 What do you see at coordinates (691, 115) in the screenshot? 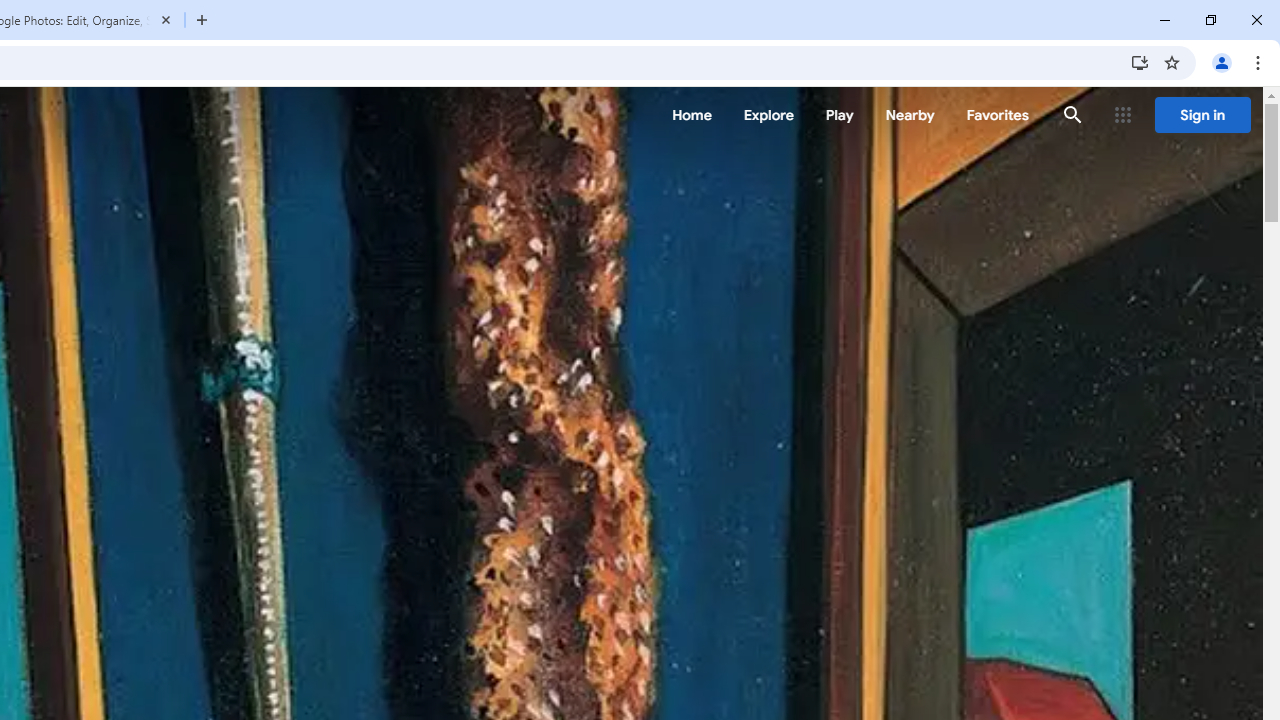
I see `'Home'` at bounding box center [691, 115].